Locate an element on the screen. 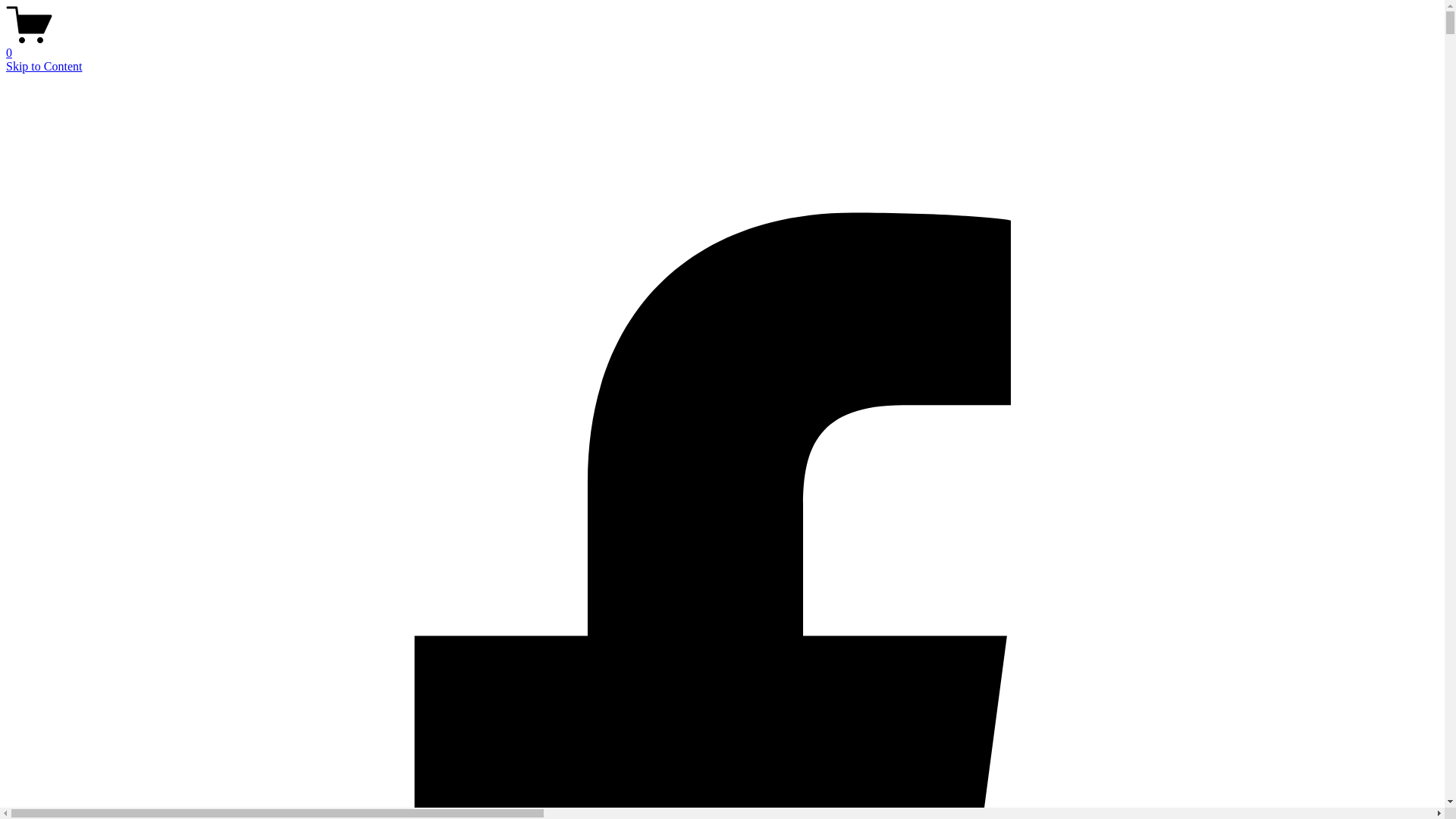 The width and height of the screenshot is (1456, 819). 'Skip to Content' is located at coordinates (43, 65).